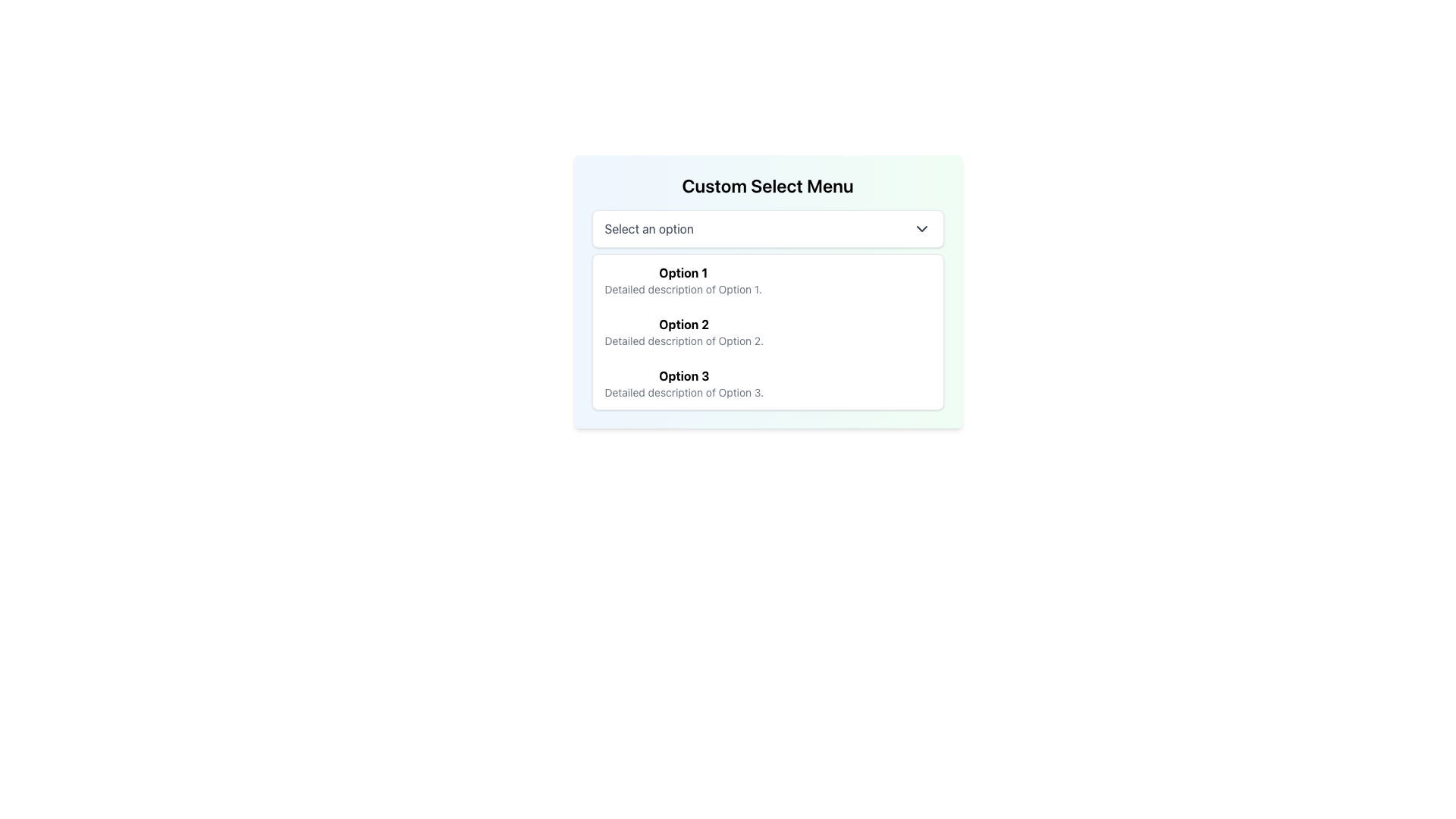 The height and width of the screenshot is (819, 1456). Describe the element at coordinates (767, 382) in the screenshot. I see `the third selectable menu item titled 'Option 3'` at that location.